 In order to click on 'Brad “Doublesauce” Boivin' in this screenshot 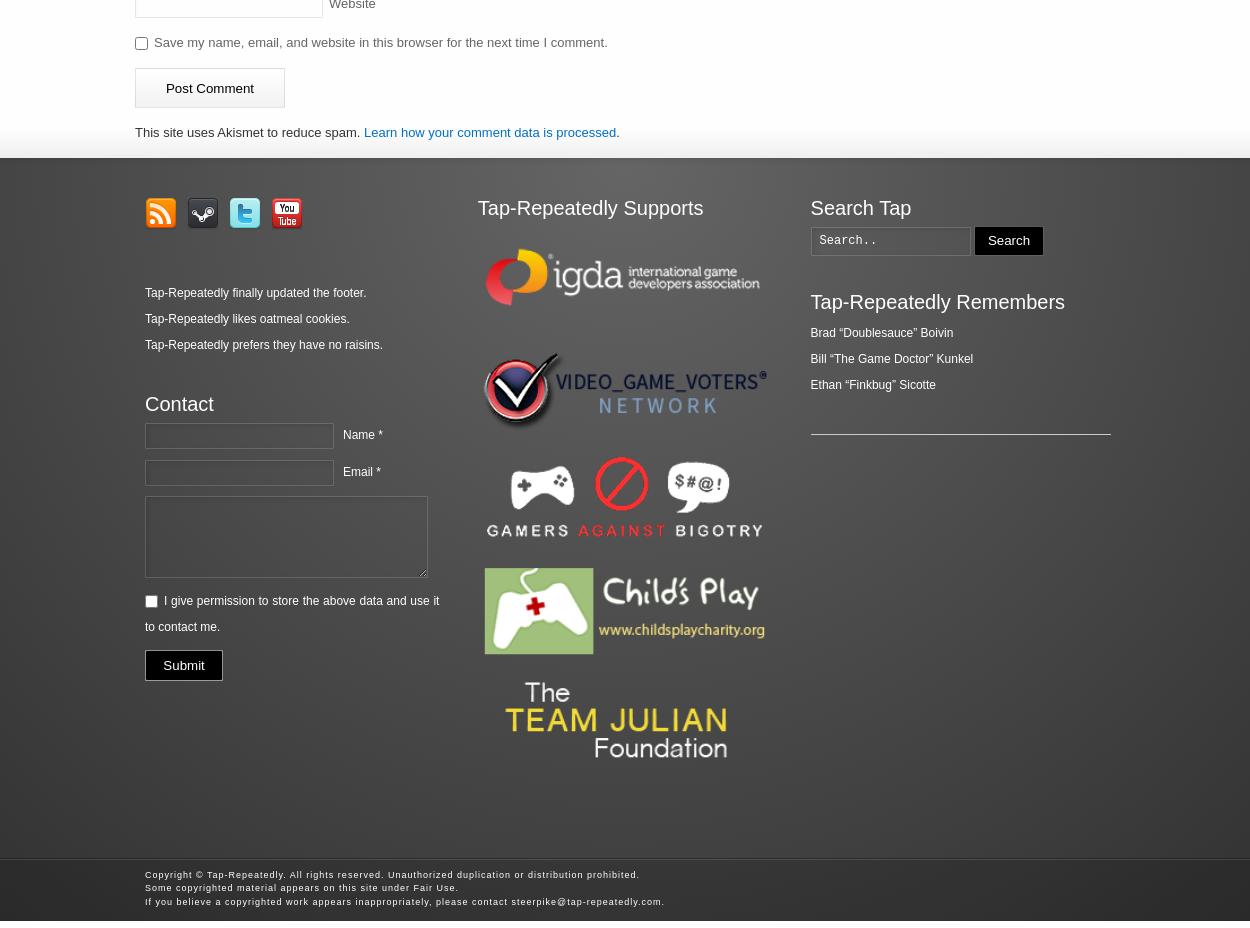, I will do `click(810, 331)`.